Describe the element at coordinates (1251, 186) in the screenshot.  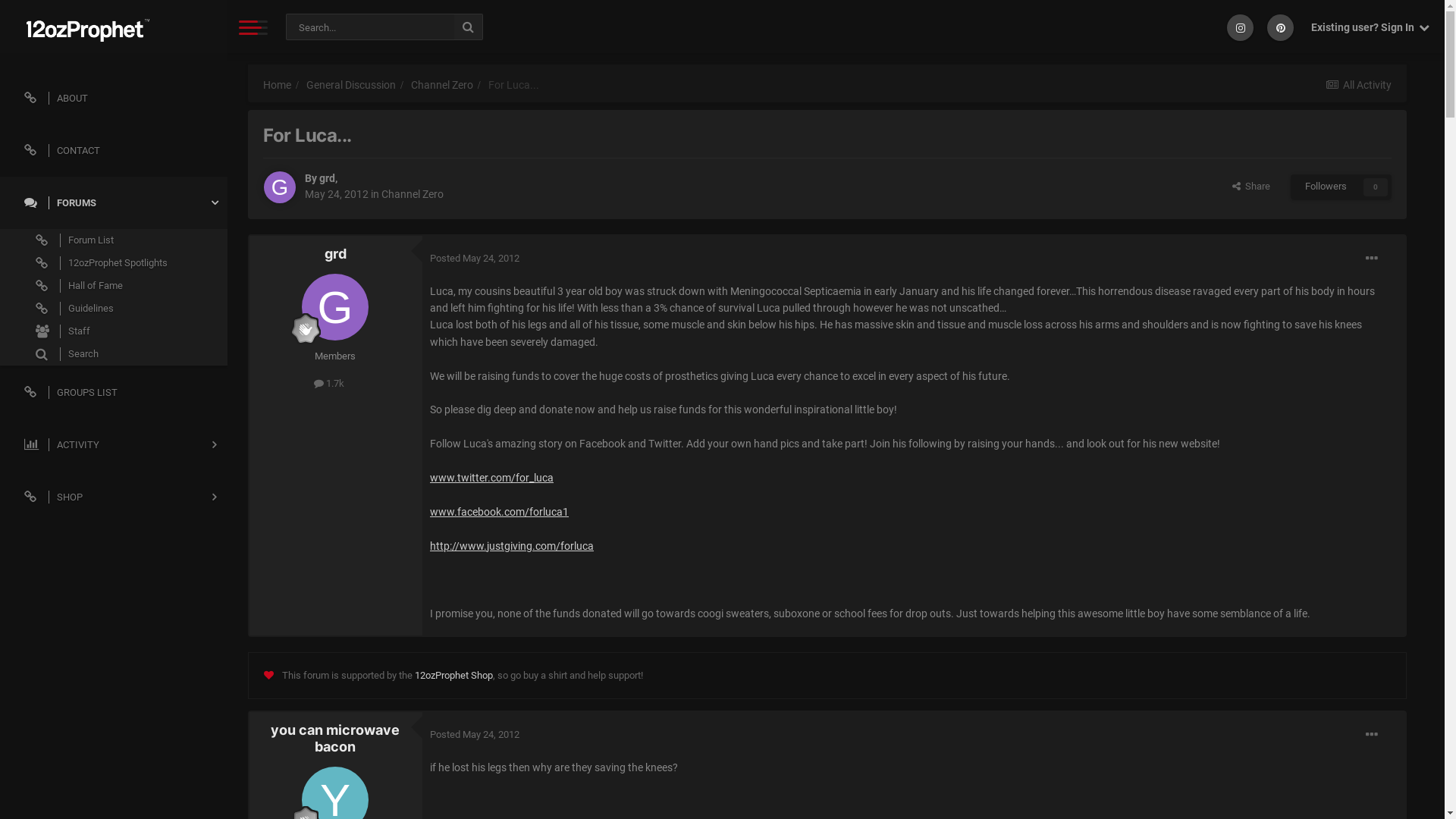
I see `' Share'` at that location.